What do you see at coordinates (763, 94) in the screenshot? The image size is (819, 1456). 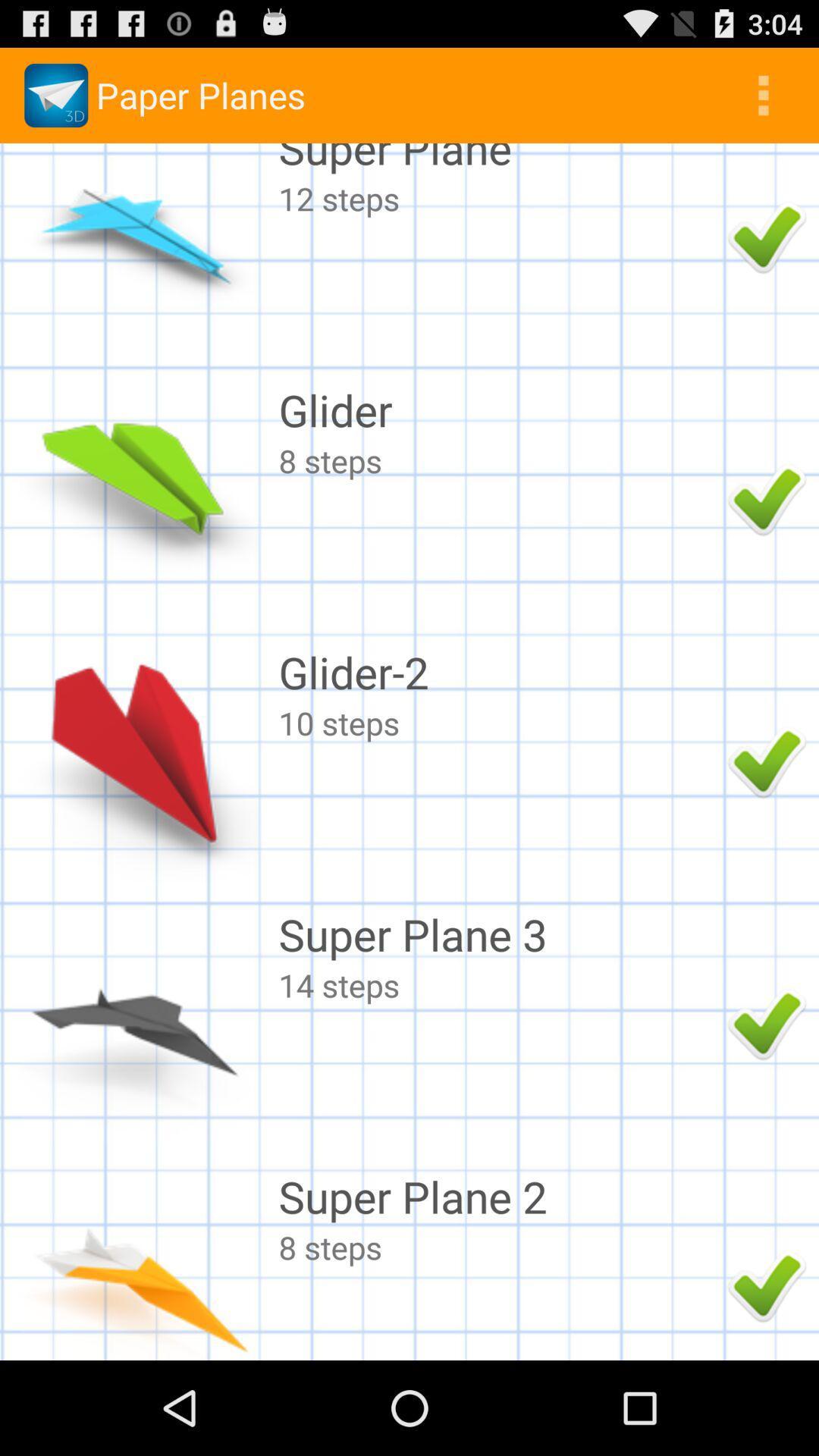 I see `the app to the right of the paper planes icon` at bounding box center [763, 94].